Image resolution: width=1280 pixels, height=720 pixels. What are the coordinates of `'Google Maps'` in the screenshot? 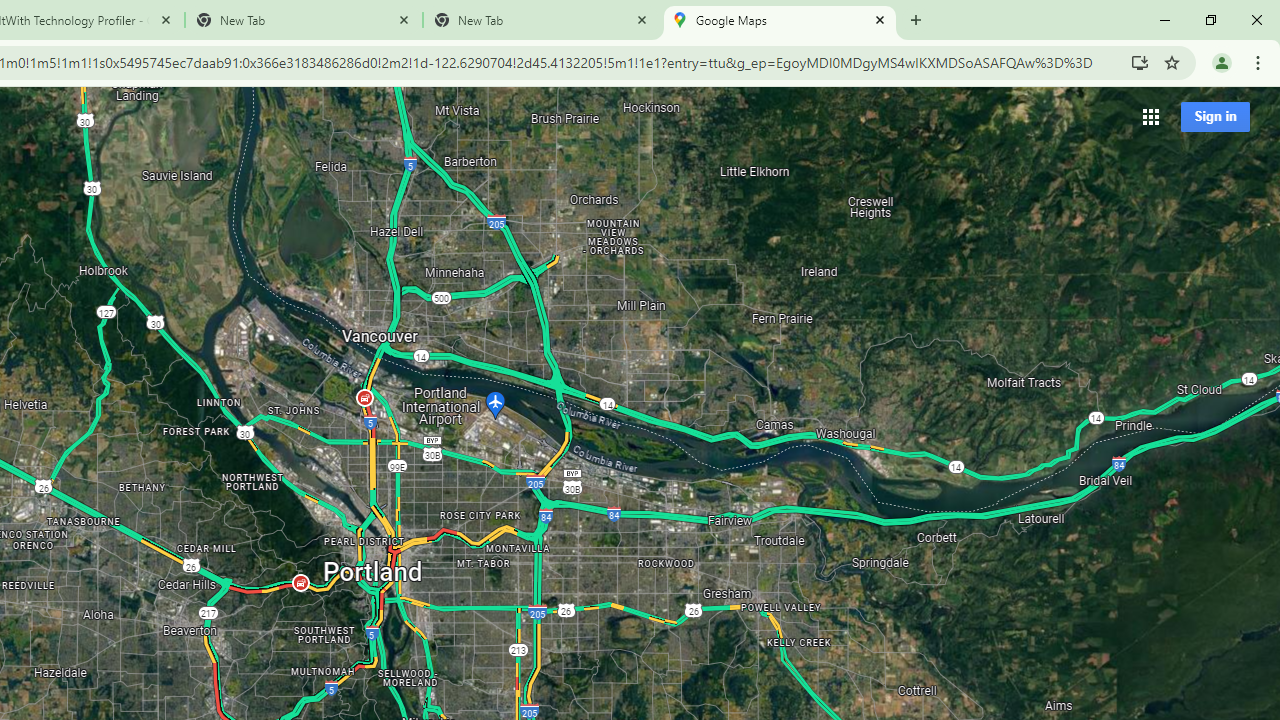 It's located at (778, 20).